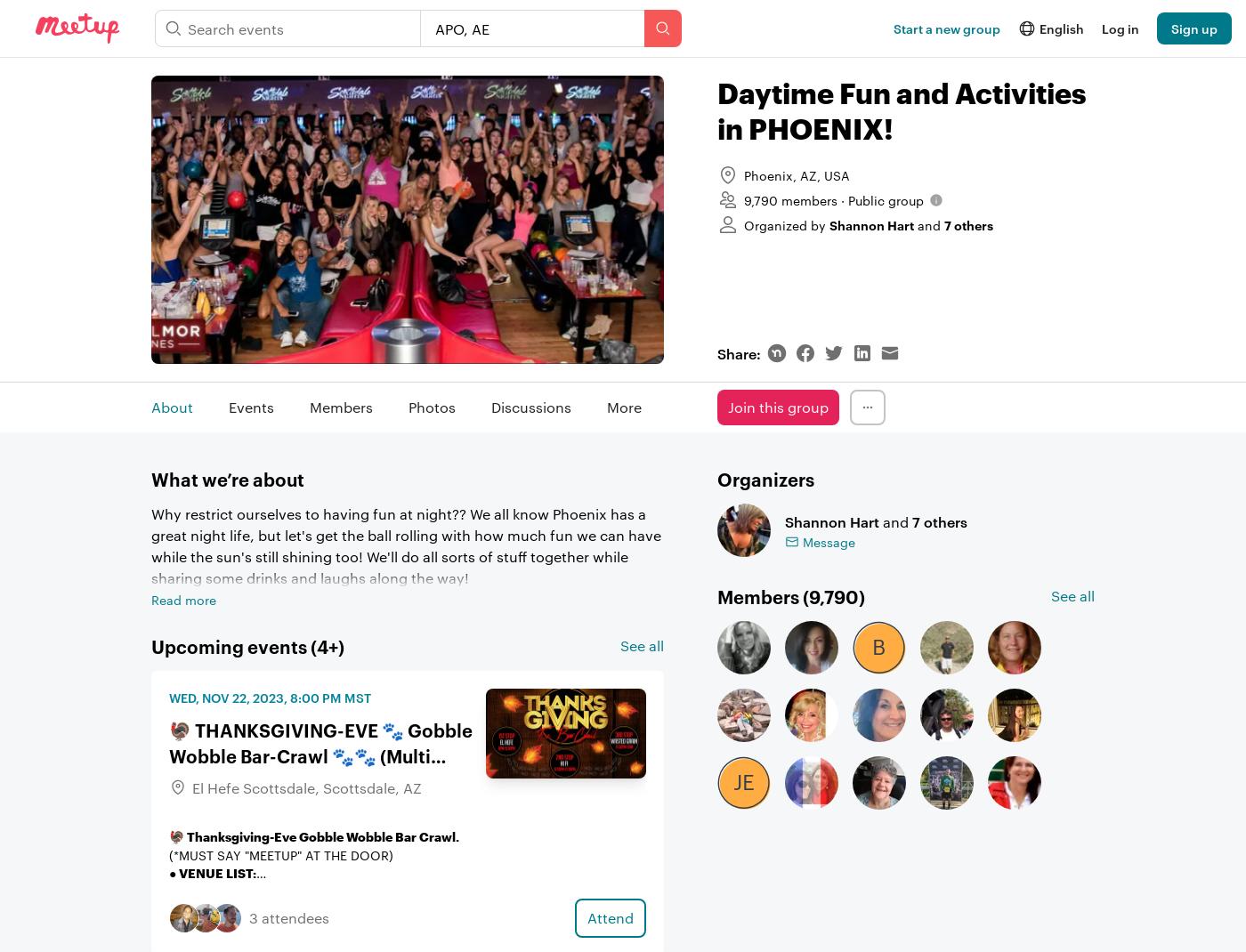  I want to click on 'Upcoming events (4+)', so click(247, 644).